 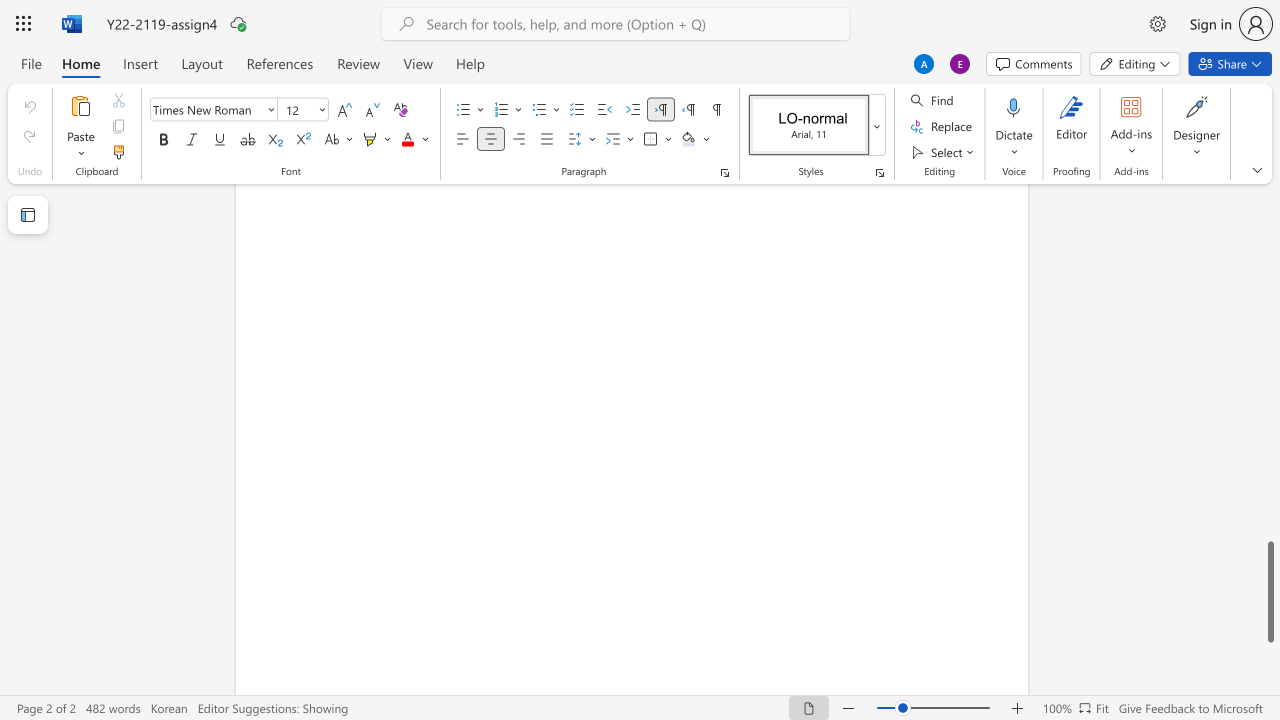 What do you see at coordinates (1269, 460) in the screenshot?
I see `the page's right scrollbar for upward movement` at bounding box center [1269, 460].